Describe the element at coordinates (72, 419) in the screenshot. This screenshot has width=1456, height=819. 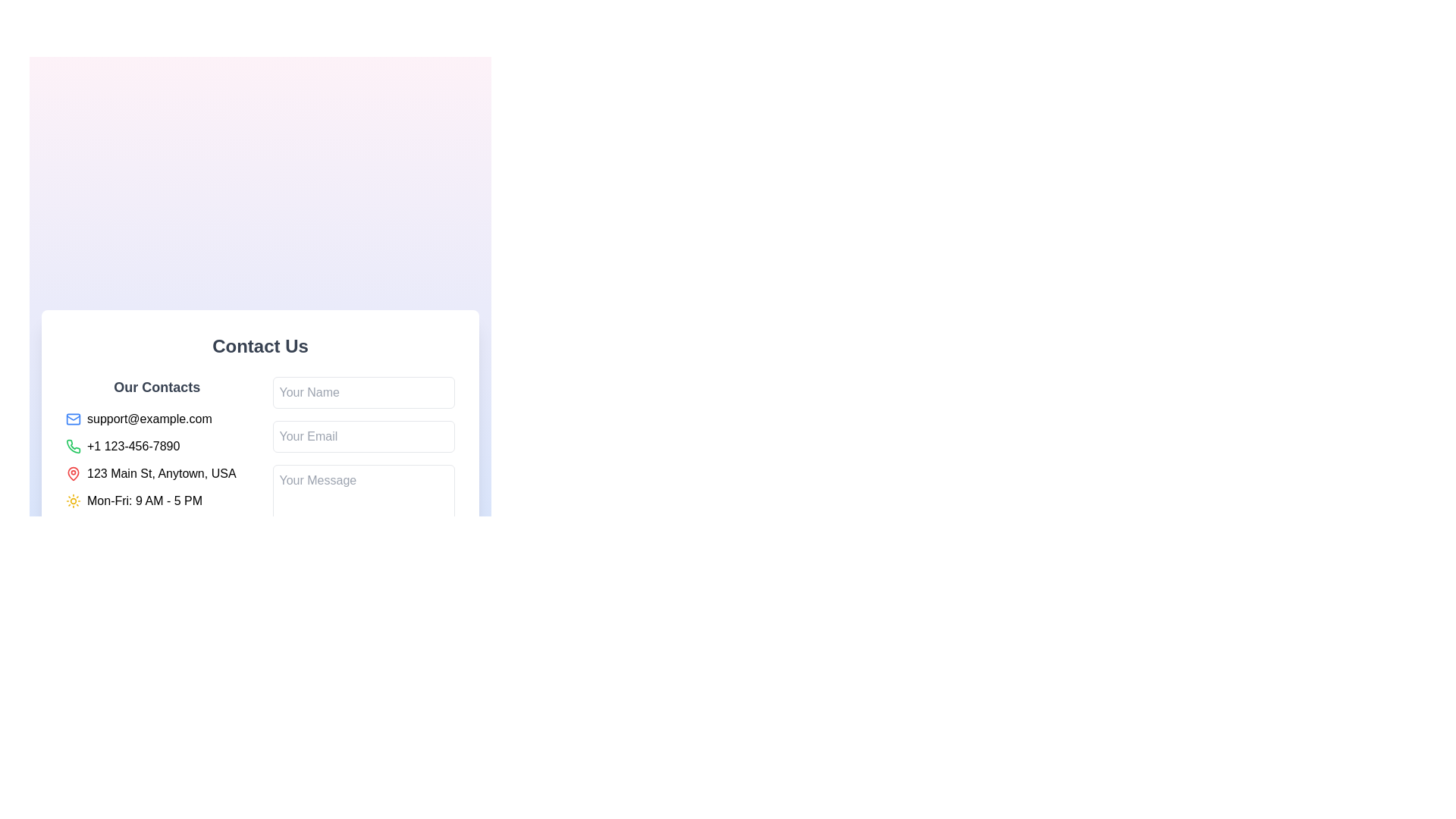
I see `the blue mail icon with rounded corners located to the left of the email address 'support@example.com'` at that location.